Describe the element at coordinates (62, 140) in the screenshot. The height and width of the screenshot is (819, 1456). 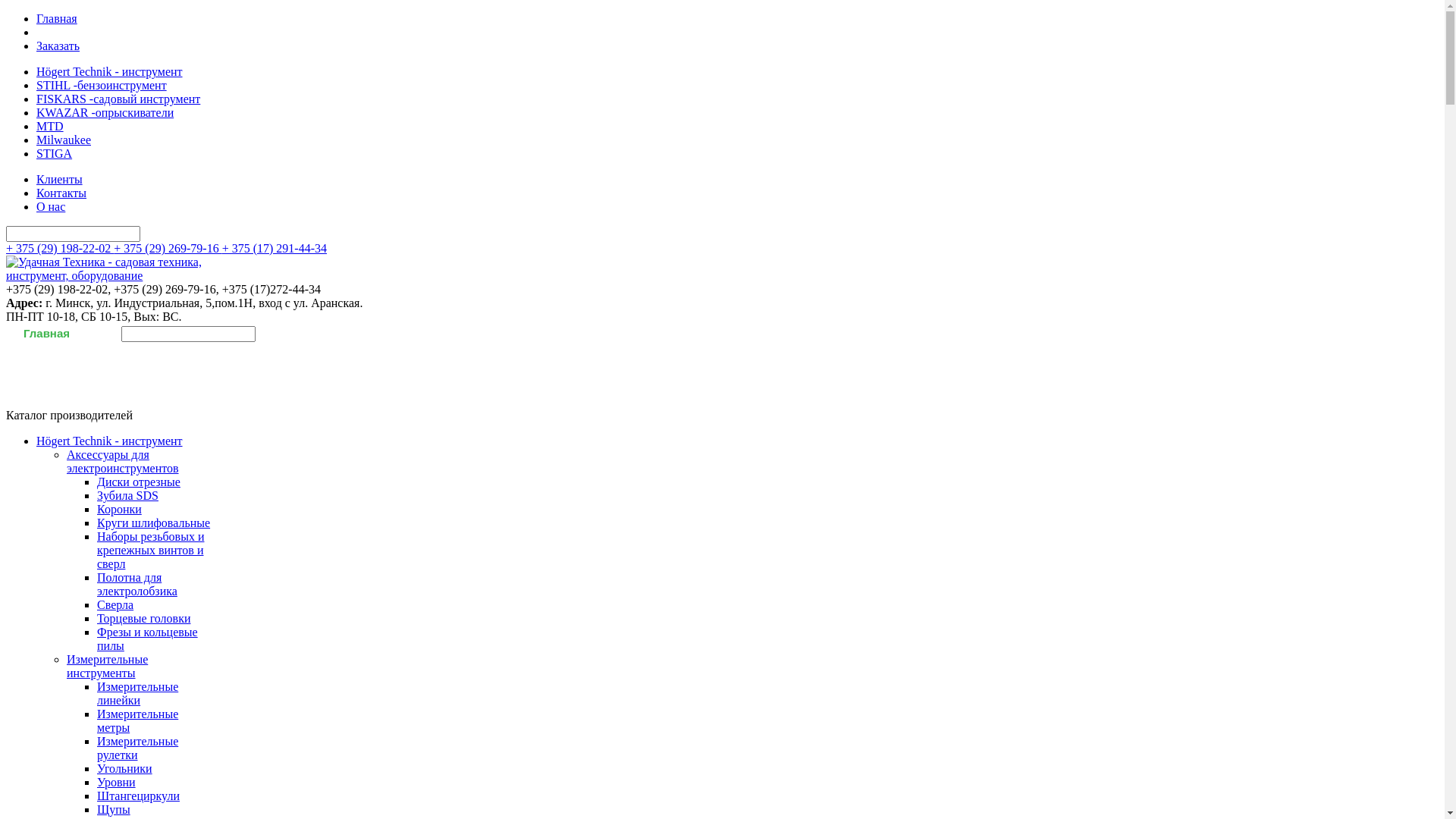
I see `'Milwaukee'` at that location.